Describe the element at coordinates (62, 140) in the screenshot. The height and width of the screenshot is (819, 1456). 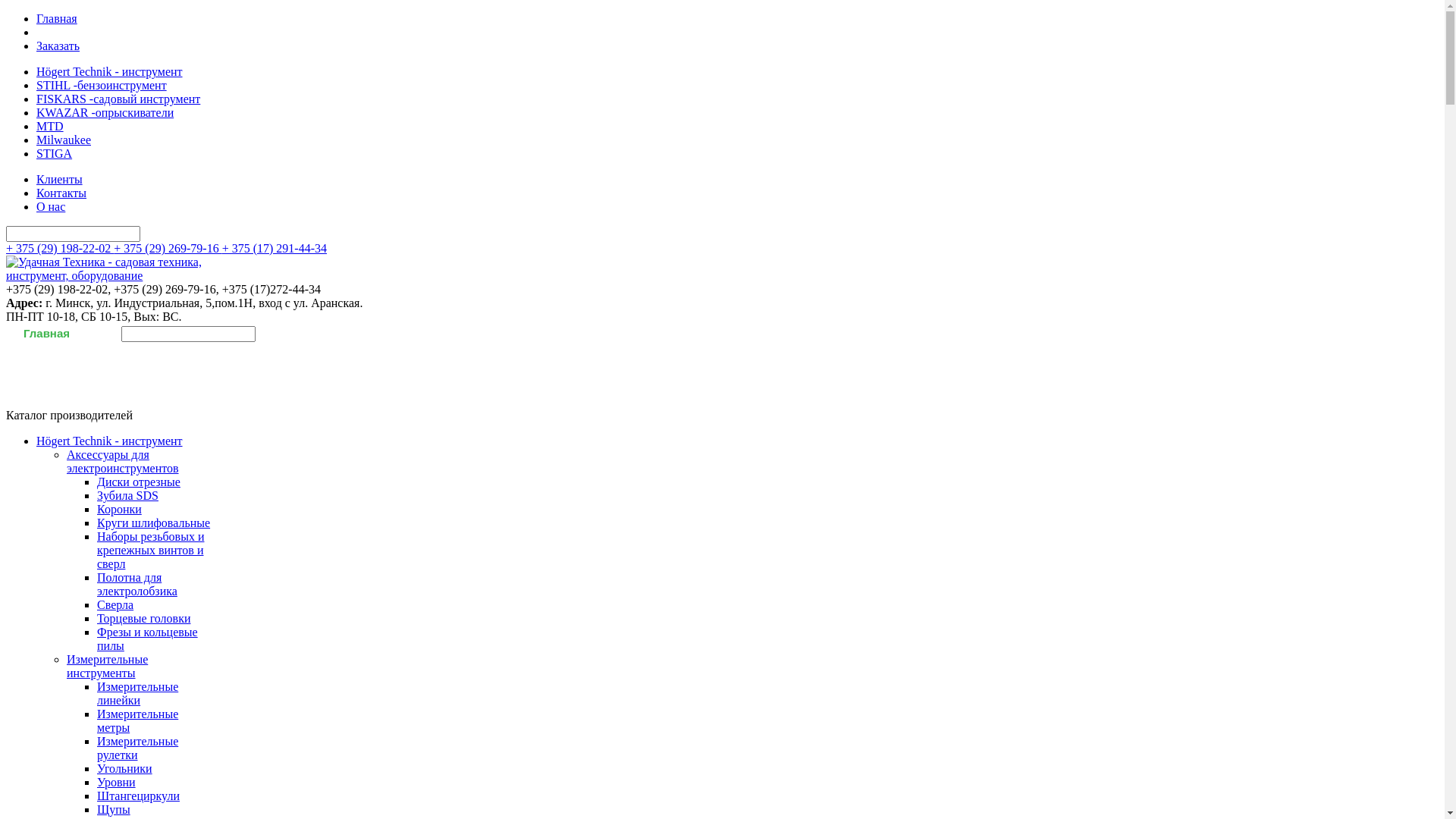
I see `'Milwaukee'` at that location.